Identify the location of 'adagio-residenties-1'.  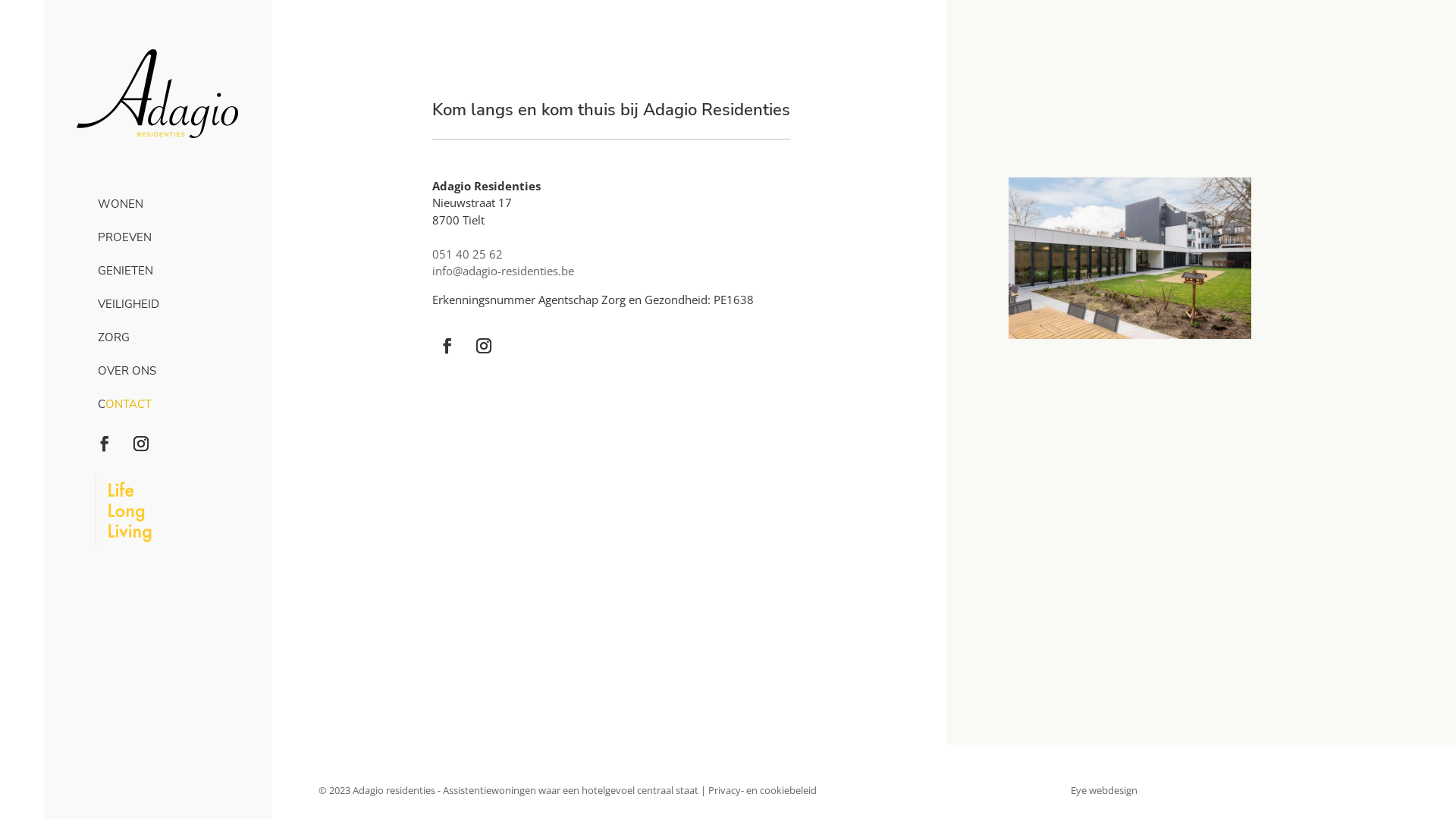
(1008, 257).